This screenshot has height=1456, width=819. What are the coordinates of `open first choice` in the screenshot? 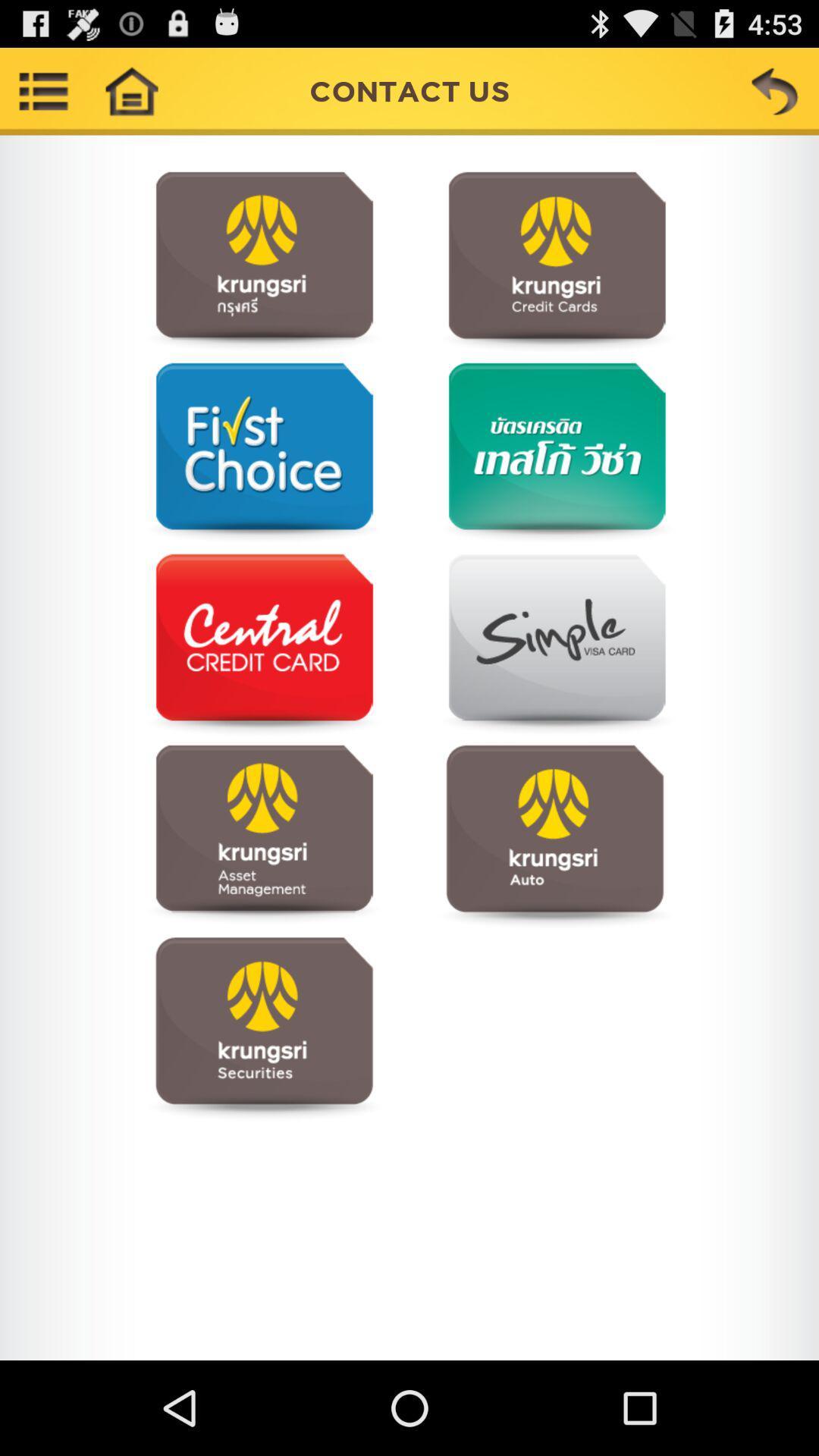 It's located at (263, 453).